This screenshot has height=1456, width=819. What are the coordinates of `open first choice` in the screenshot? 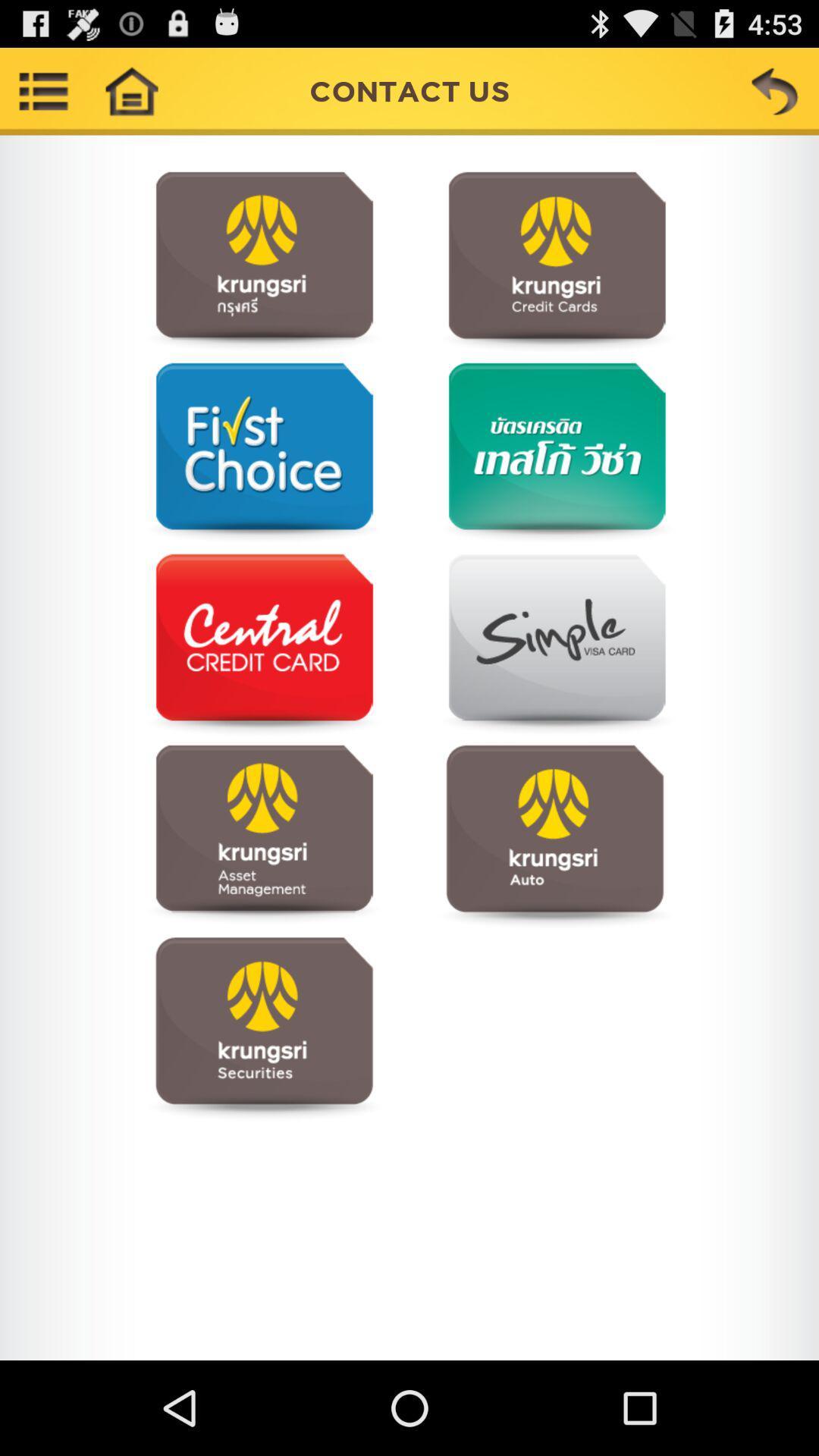 It's located at (263, 453).